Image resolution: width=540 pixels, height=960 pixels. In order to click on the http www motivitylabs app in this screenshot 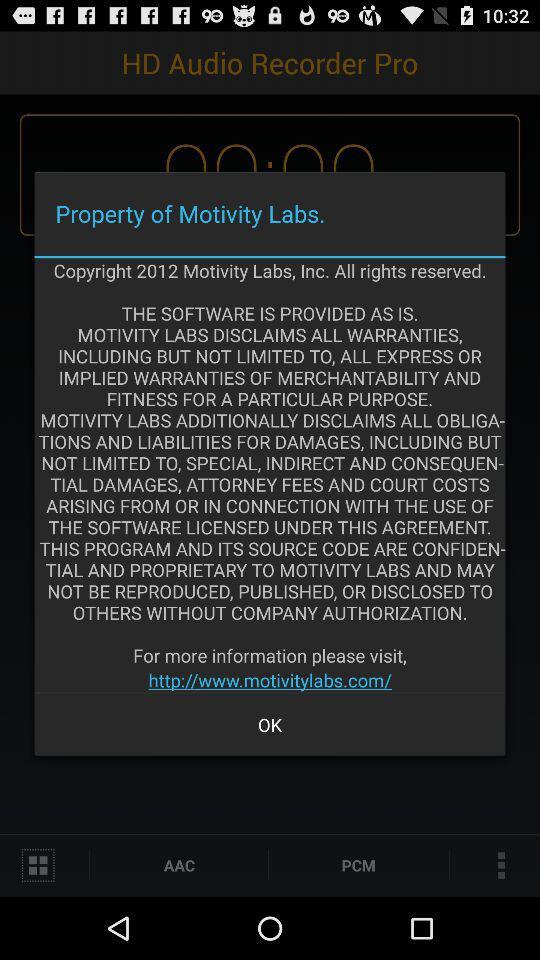, I will do `click(270, 680)`.